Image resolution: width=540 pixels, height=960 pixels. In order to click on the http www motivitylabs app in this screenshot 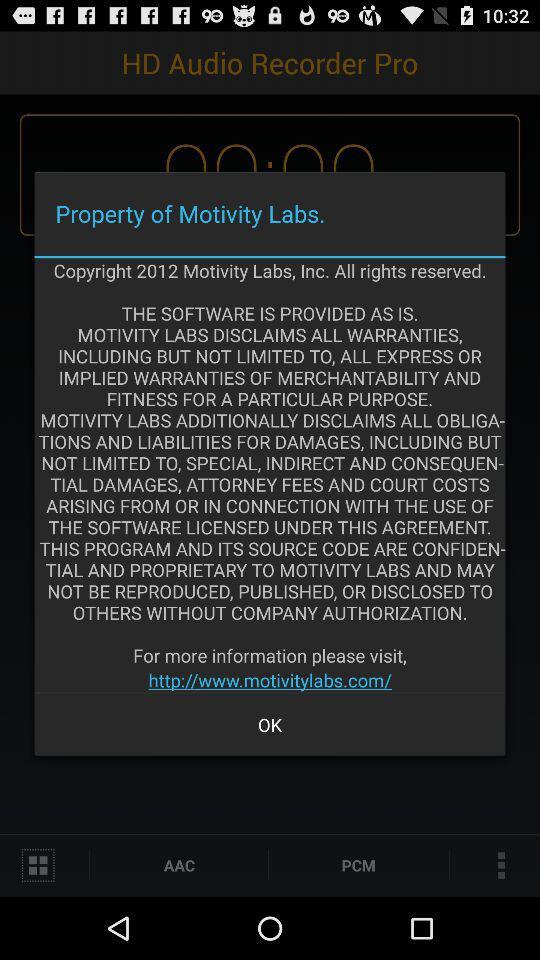, I will do `click(270, 680)`.